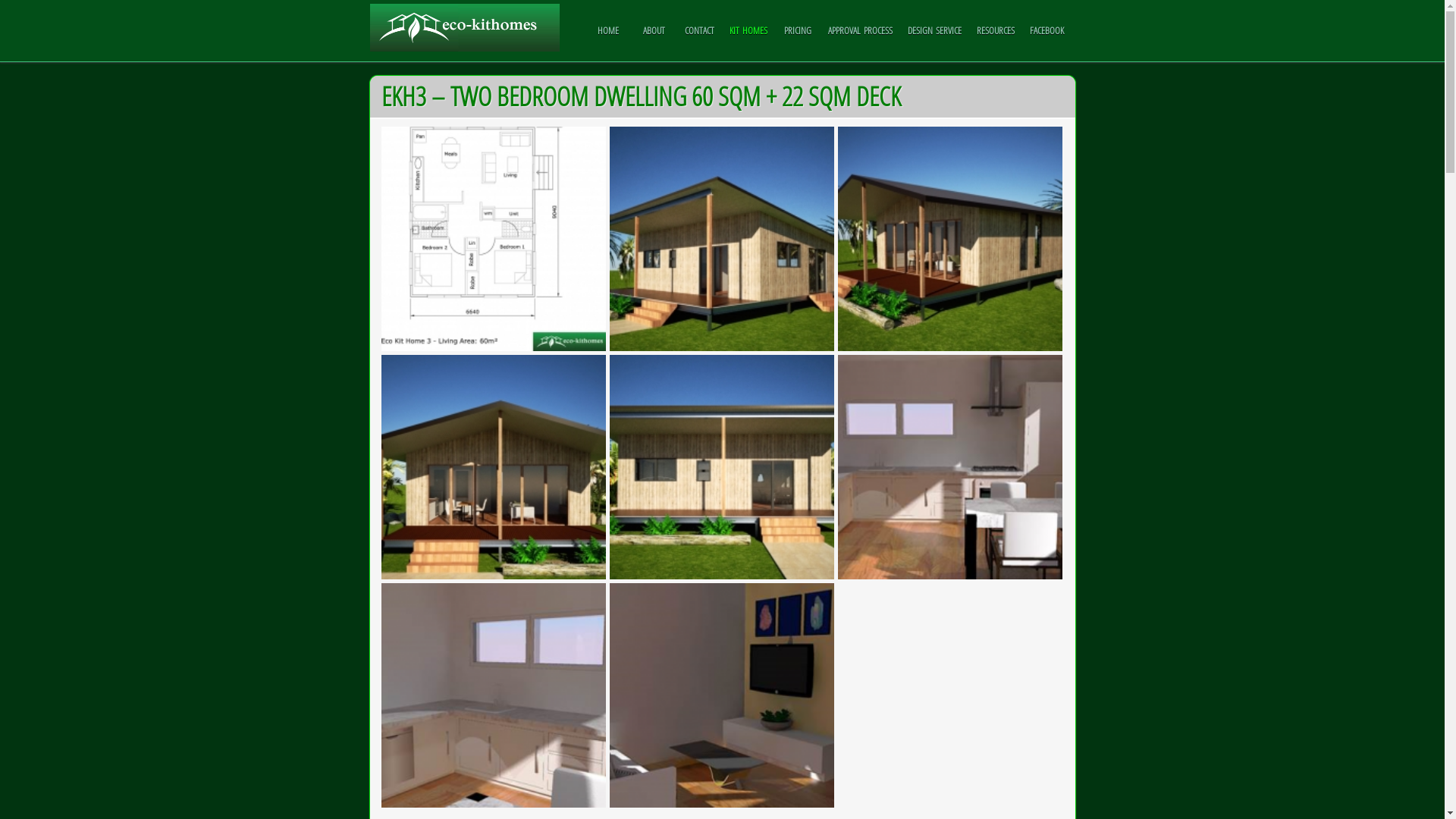  What do you see at coordinates (654, 30) in the screenshot?
I see `'ABOUT'` at bounding box center [654, 30].